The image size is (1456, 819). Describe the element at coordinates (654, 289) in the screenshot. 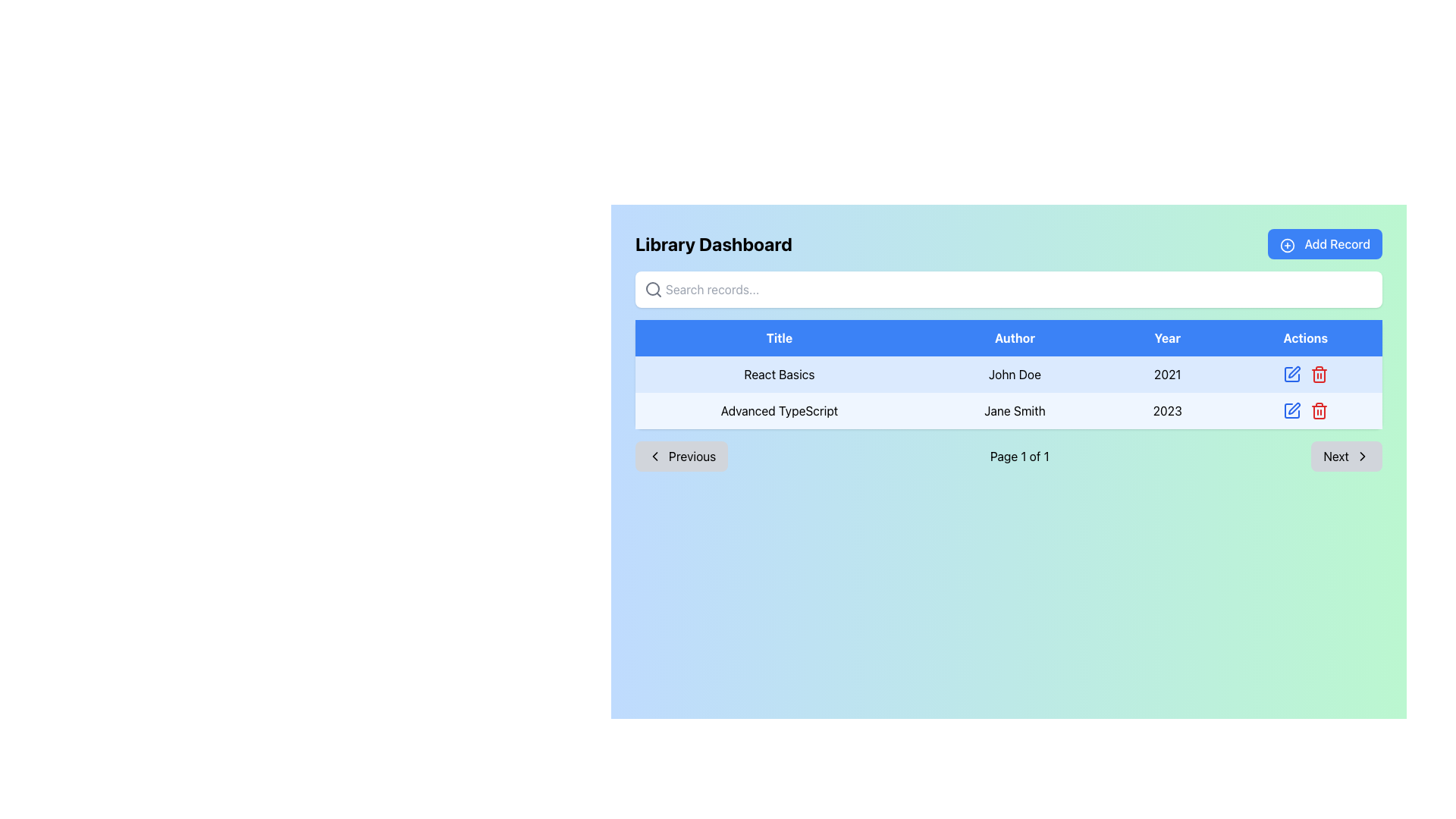

I see `search icon, which is a gray magnifying glass styled element located adjacent to the search input field at the top left of the interface, using the developer tools` at that location.